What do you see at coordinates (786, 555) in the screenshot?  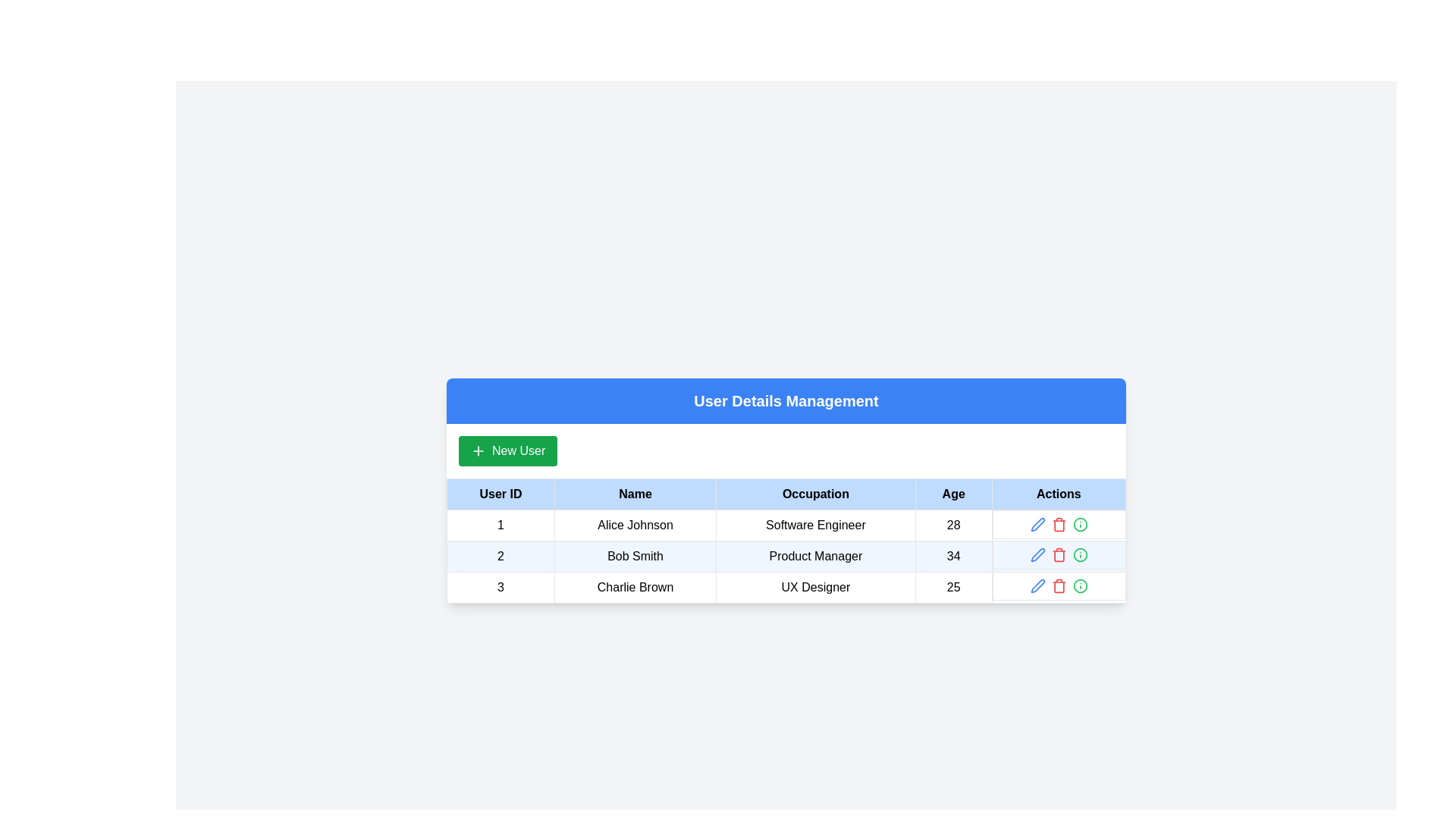 I see `the second row in the user management table, which displays detailed information about a user, for more details` at bounding box center [786, 555].